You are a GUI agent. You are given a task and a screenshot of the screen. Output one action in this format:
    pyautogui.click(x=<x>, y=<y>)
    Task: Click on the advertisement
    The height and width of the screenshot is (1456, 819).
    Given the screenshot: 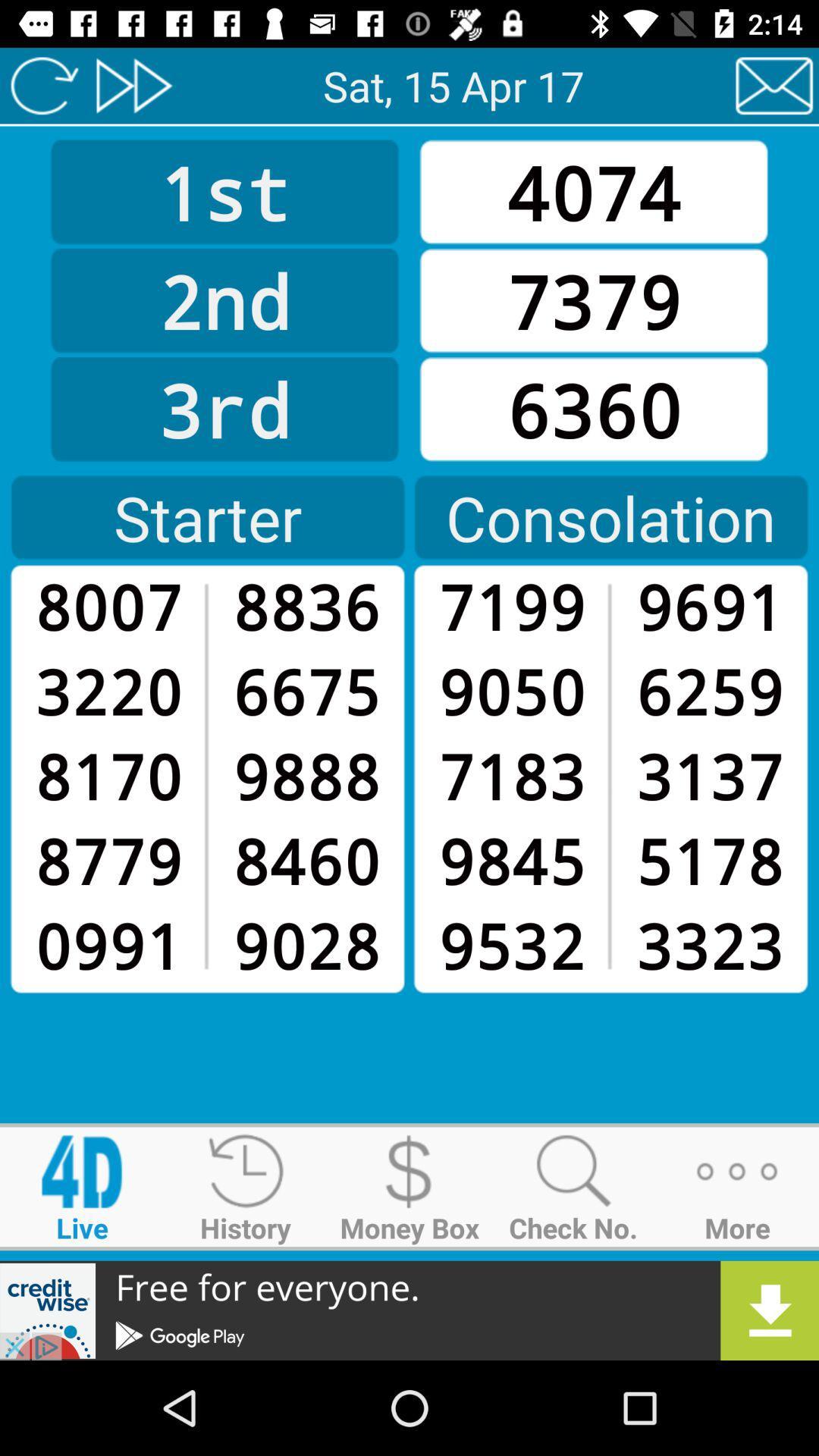 What is the action you would take?
    pyautogui.click(x=409, y=1310)
    